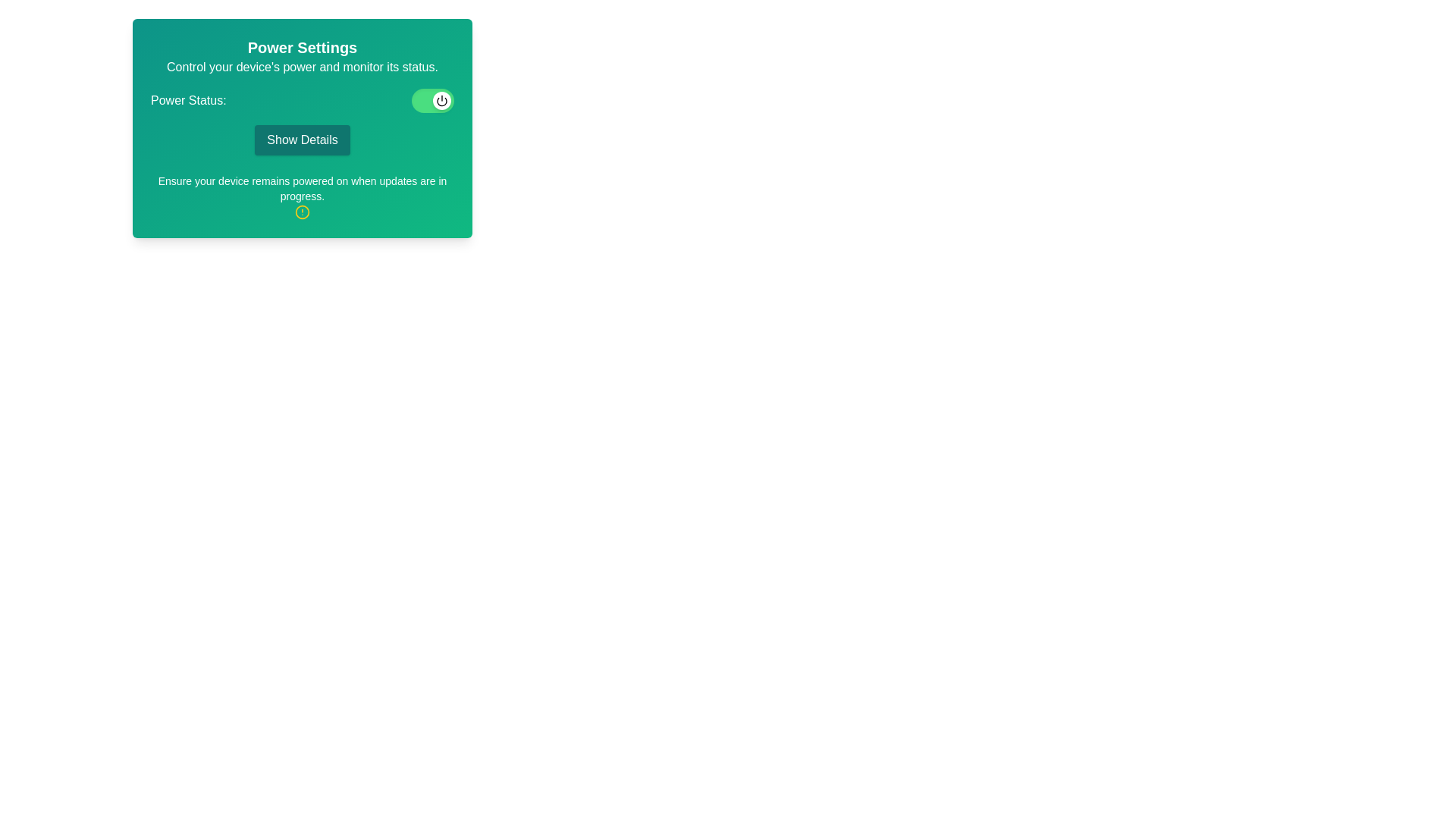 This screenshot has height=819, width=1456. Describe the element at coordinates (302, 195) in the screenshot. I see `the Informational Text with Icon that instructs users to ensure their device remains powered on during updates, which is located within the 'Power Settings' card` at that location.